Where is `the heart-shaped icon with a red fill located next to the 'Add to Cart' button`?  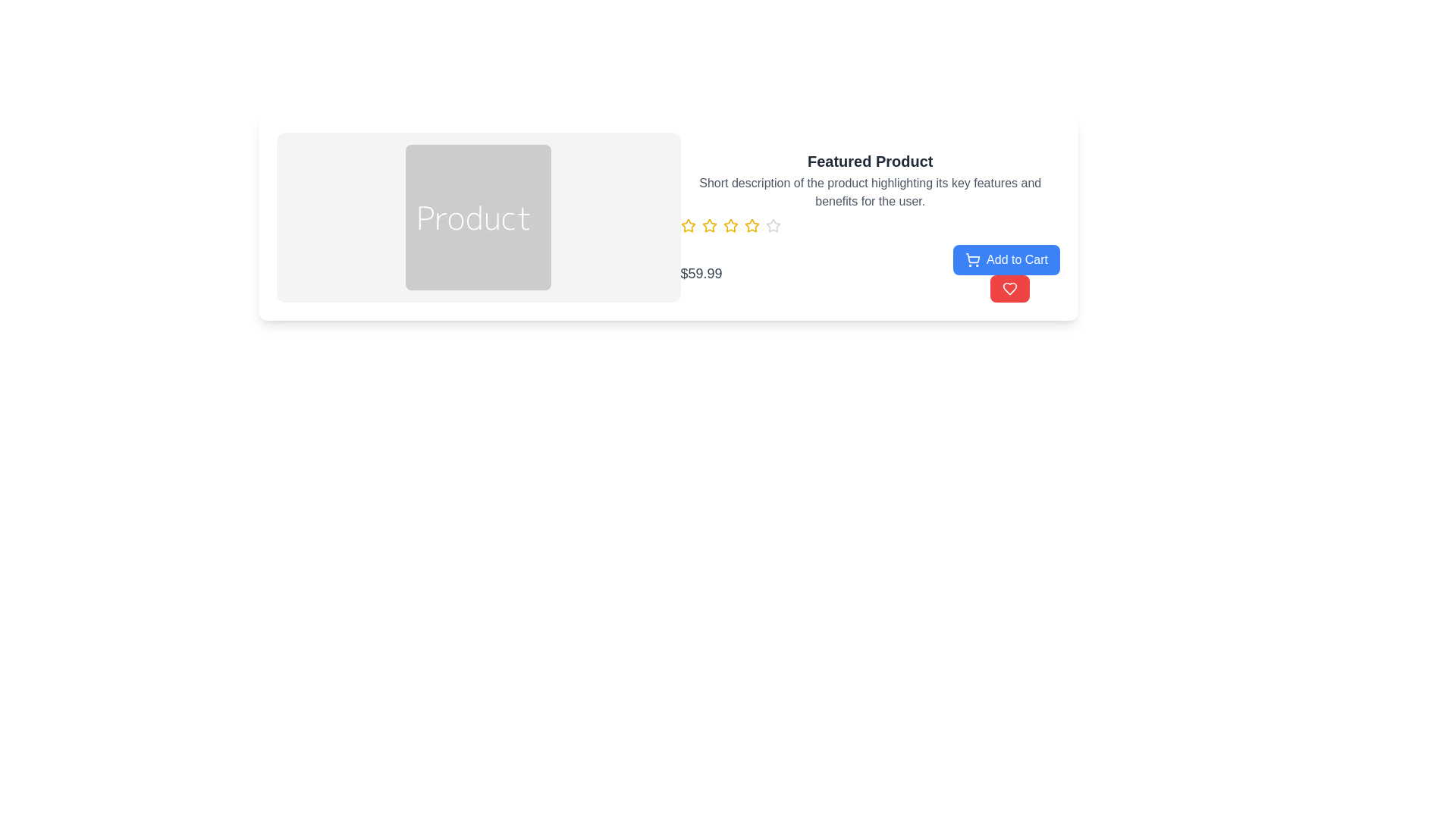 the heart-shaped icon with a red fill located next to the 'Add to Cart' button is located at coordinates (1009, 289).